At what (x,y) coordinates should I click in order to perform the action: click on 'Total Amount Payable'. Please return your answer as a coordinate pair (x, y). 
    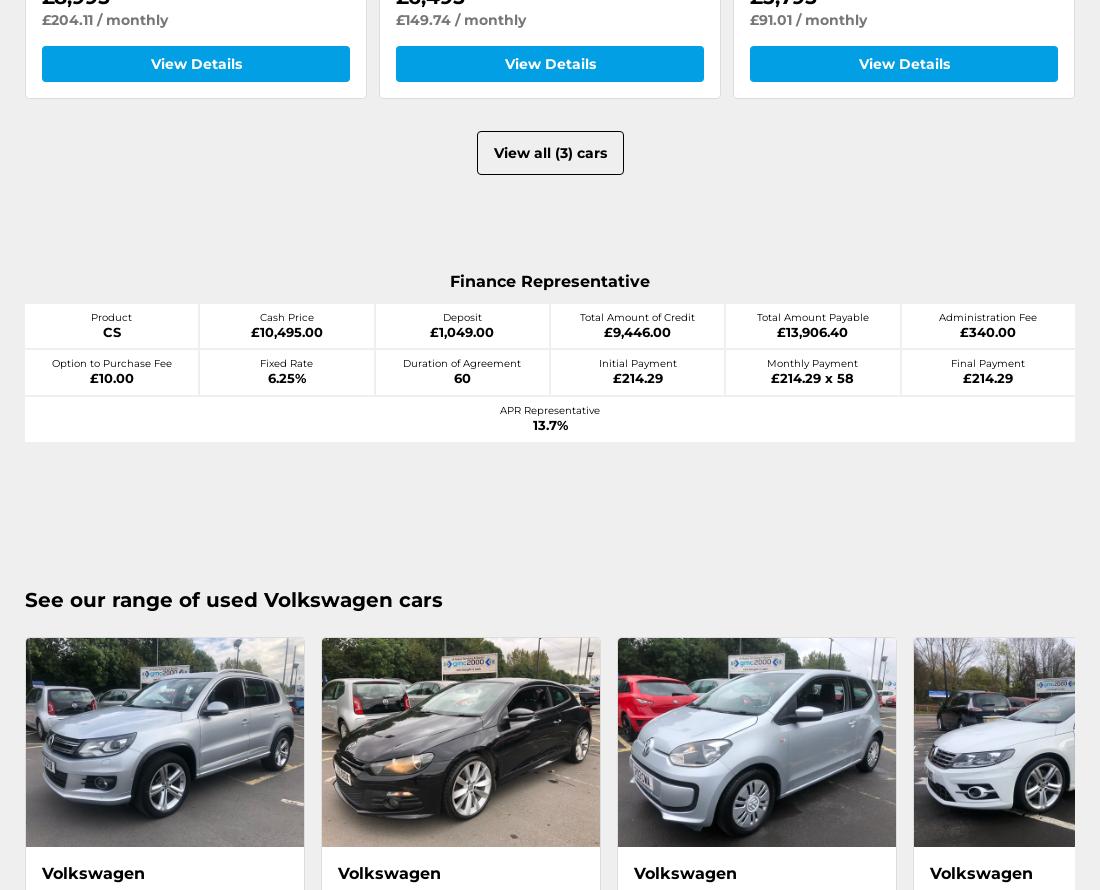
    Looking at the image, I should click on (812, 316).